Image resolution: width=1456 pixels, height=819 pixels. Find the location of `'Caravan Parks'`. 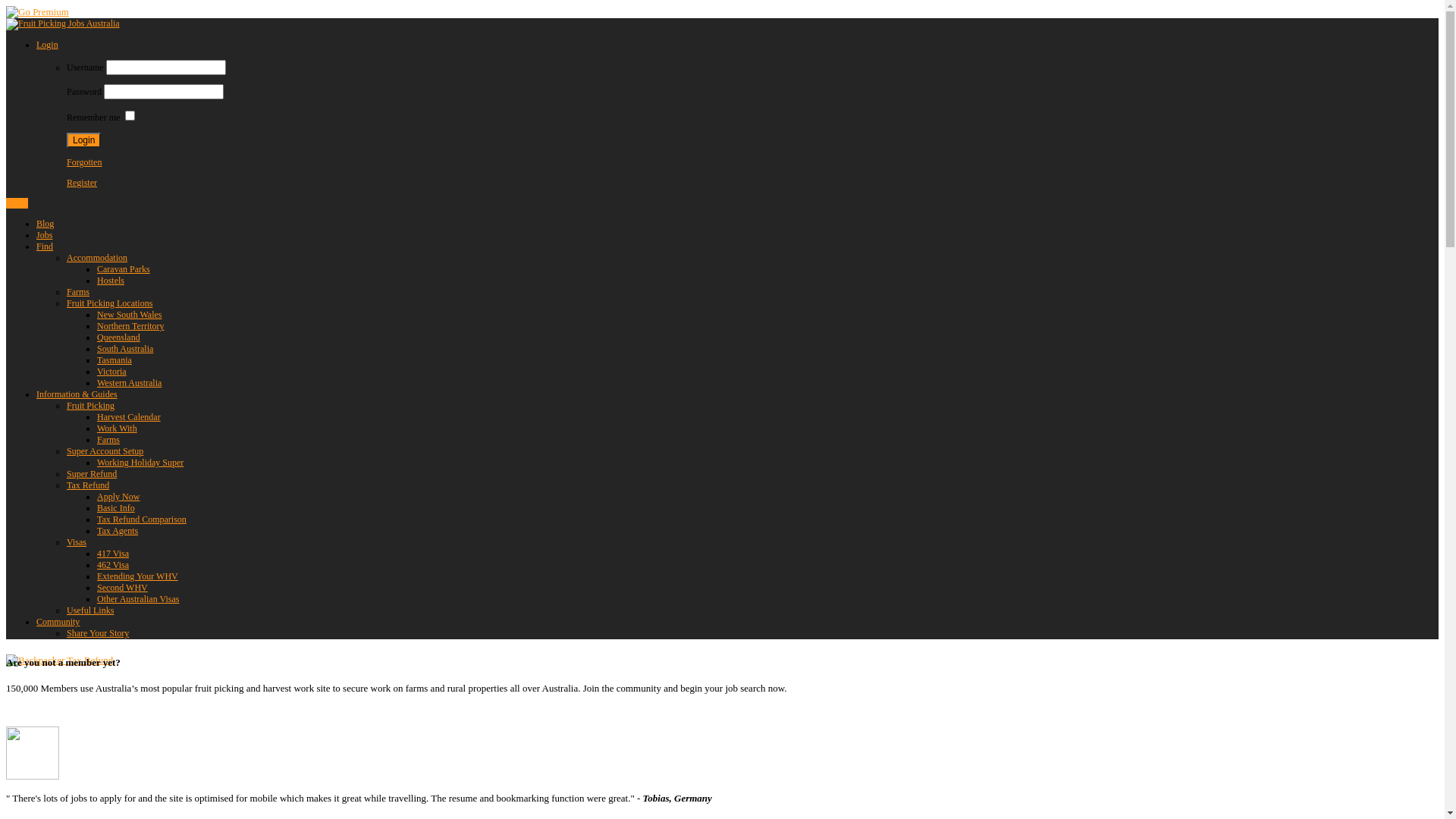

'Caravan Parks' is located at coordinates (124, 268).